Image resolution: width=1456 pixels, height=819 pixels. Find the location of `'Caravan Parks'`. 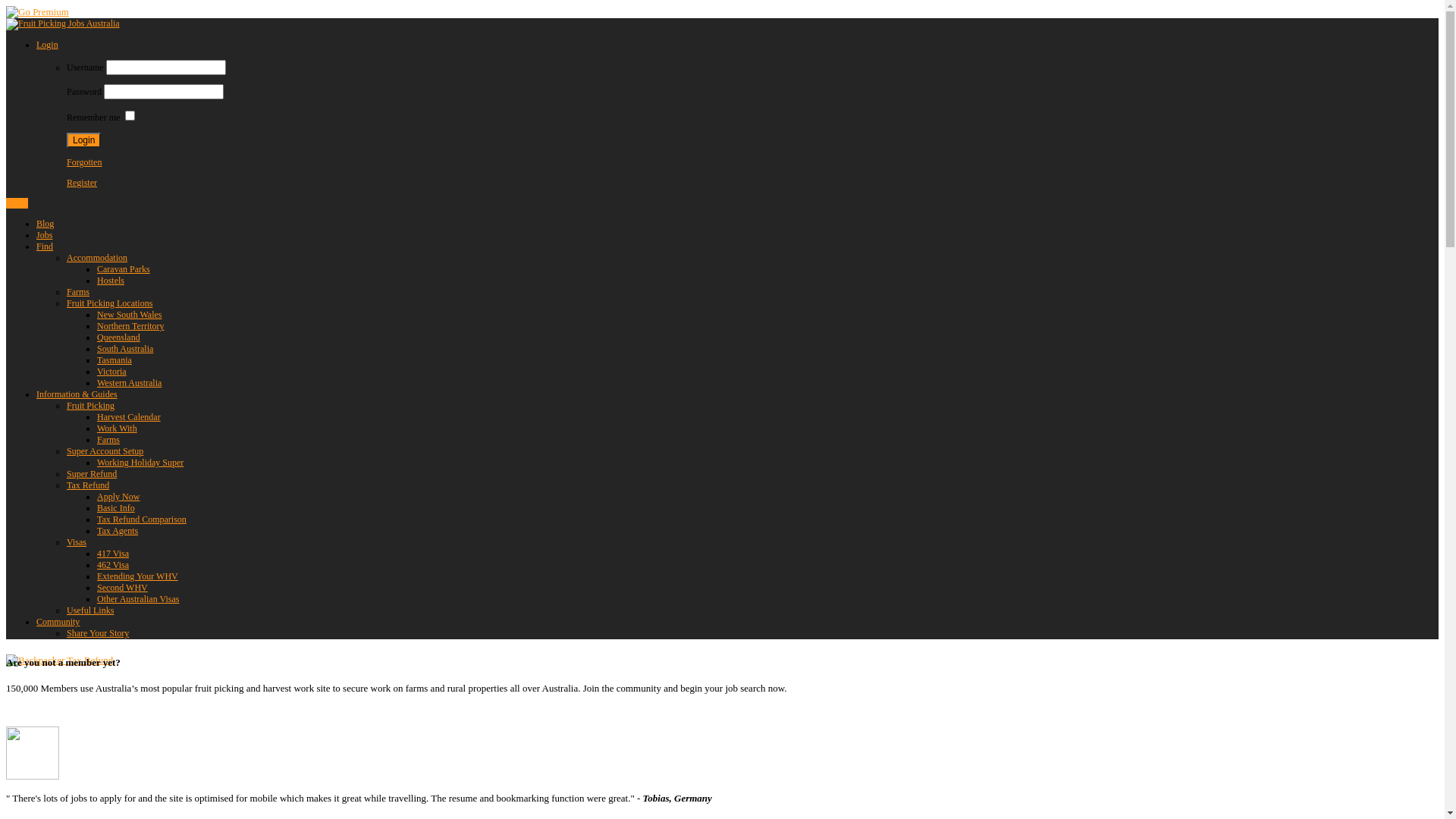

'Caravan Parks' is located at coordinates (124, 268).